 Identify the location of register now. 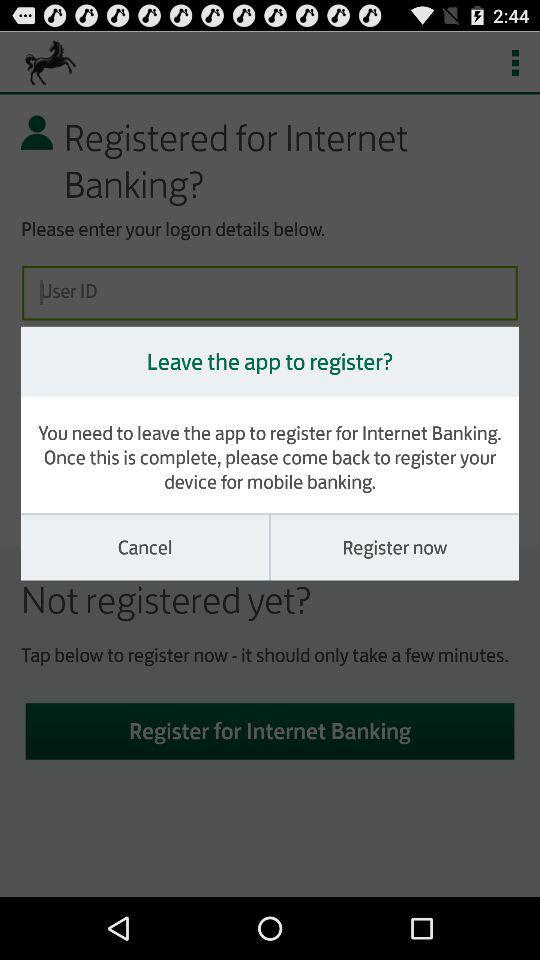
(394, 547).